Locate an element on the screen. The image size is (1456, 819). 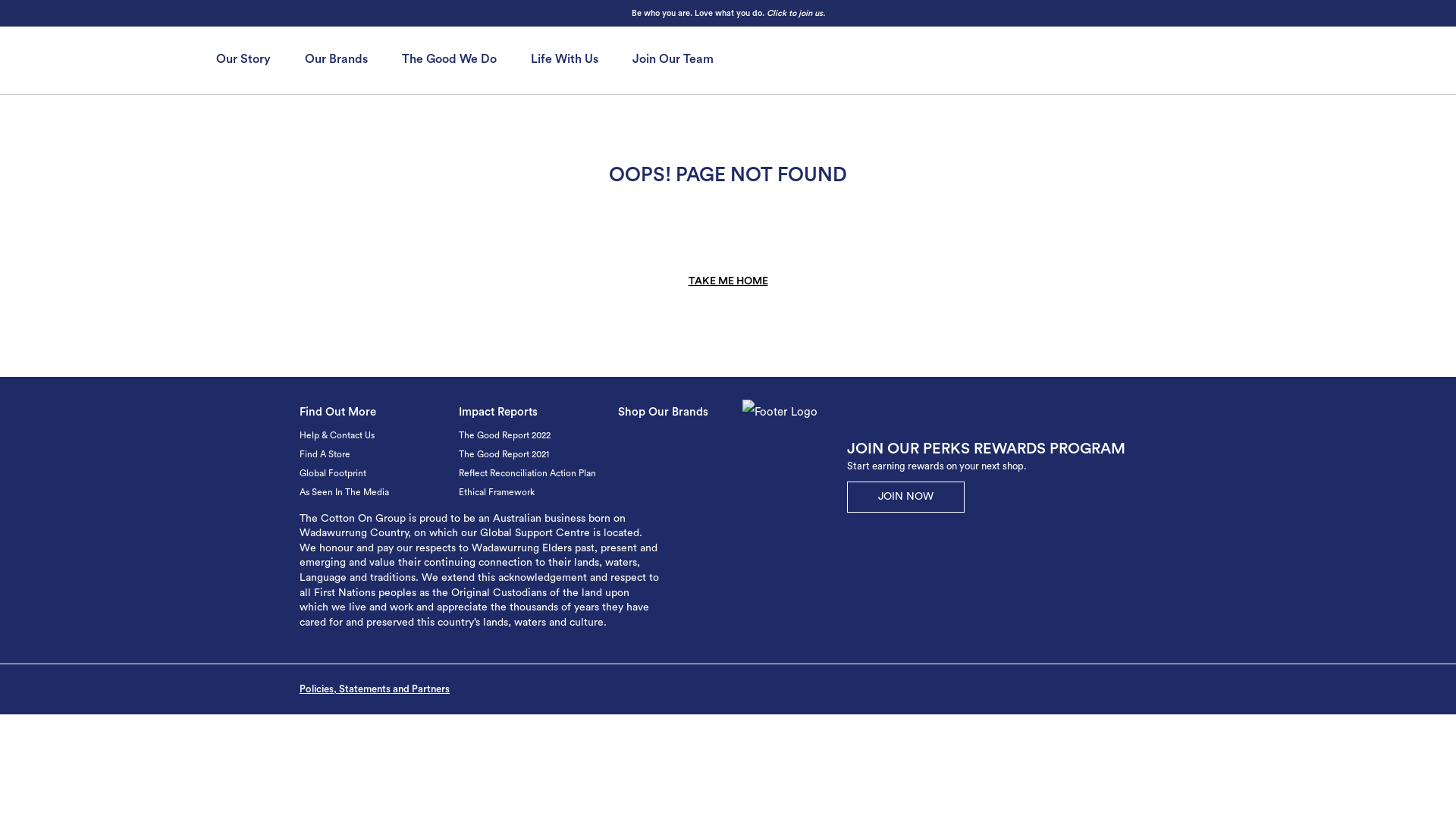
'Find Out More' is located at coordinates (299, 412).